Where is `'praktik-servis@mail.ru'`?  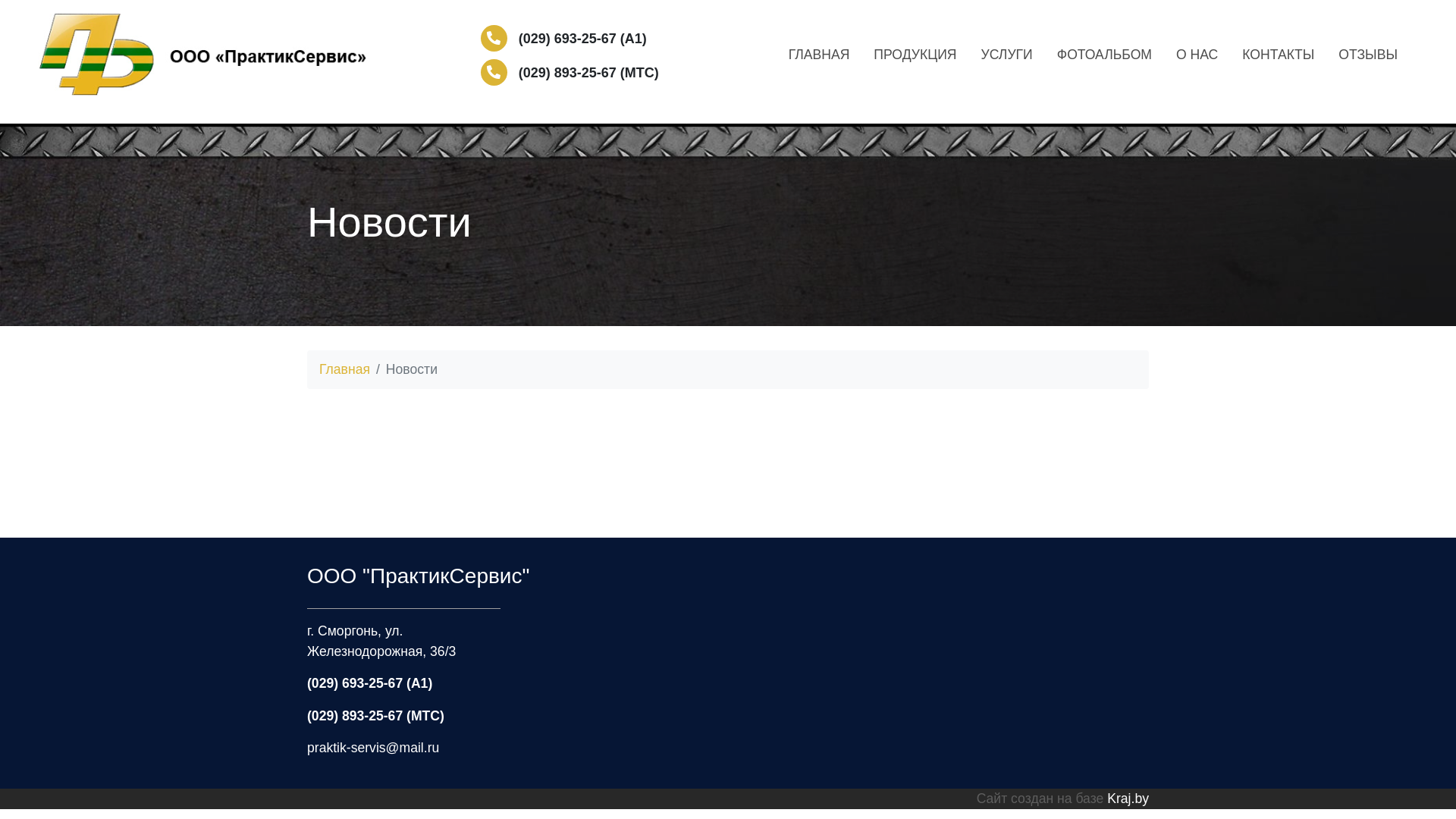
'praktik-servis@mail.ru' is located at coordinates (372, 747).